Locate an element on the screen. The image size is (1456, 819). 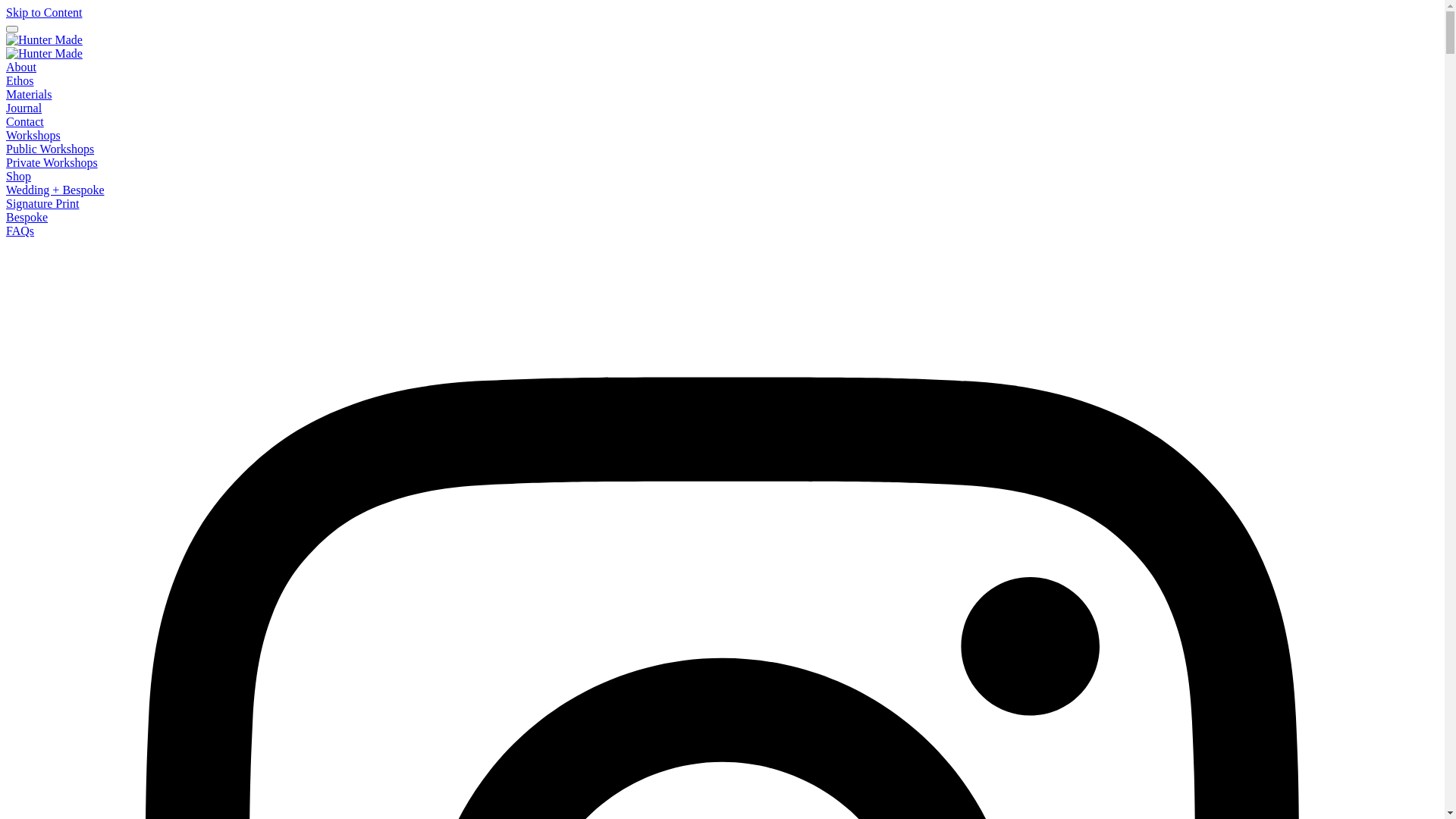
'Journal' is located at coordinates (6, 107).